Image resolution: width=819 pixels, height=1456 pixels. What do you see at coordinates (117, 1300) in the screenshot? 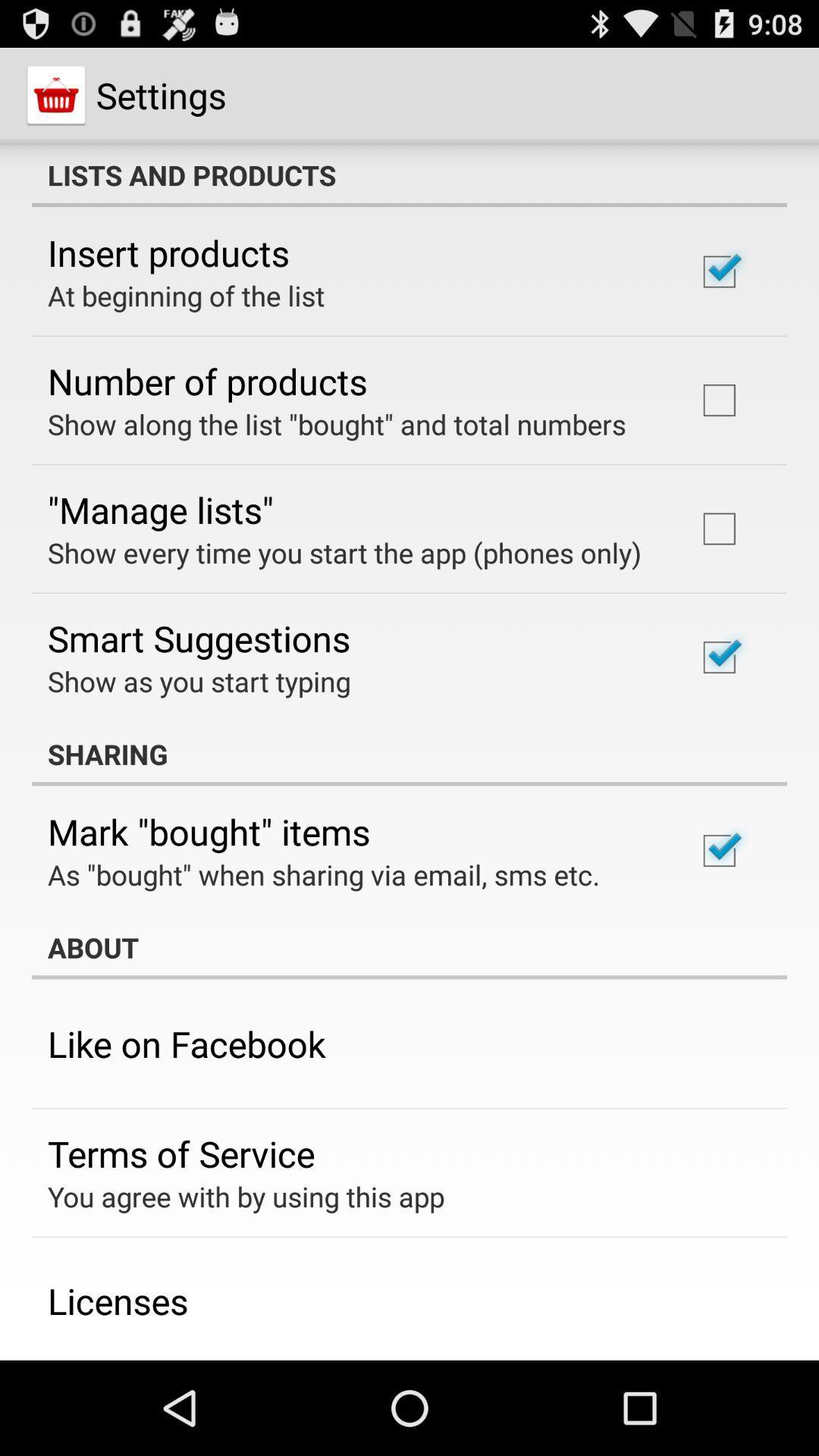
I see `icon below the you agree with icon` at bounding box center [117, 1300].